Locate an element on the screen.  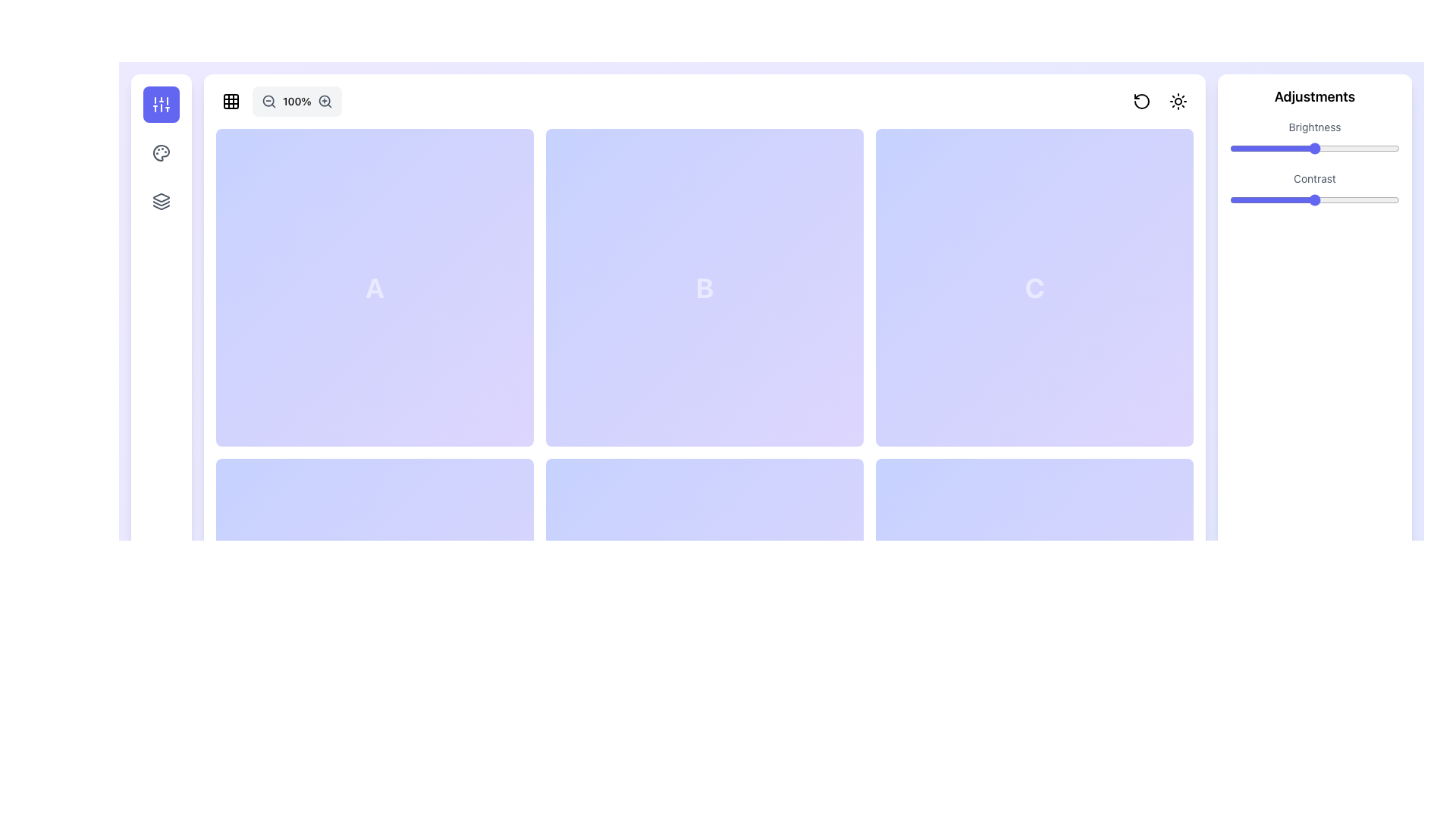
the text display element labeled '100%' that is styled within a light grey rounded rectangle, located in the top center-left of the application's header toolbar is located at coordinates (278, 102).